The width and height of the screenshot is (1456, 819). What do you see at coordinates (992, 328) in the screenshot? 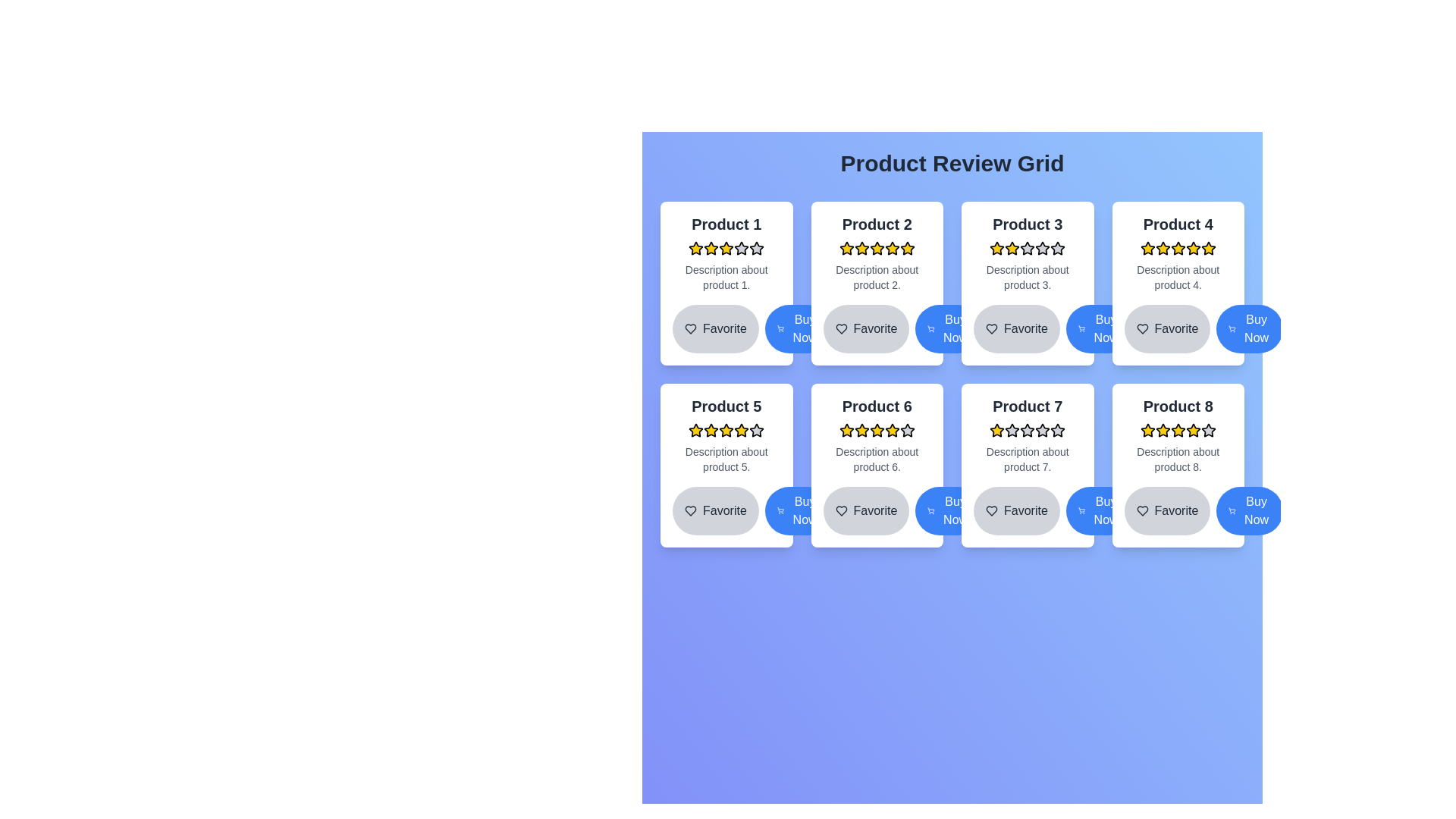
I see `the heart icon with a minimalist outline design located under the product description section of the third item in the product review grid to mark or unmark the product as favorite` at bounding box center [992, 328].